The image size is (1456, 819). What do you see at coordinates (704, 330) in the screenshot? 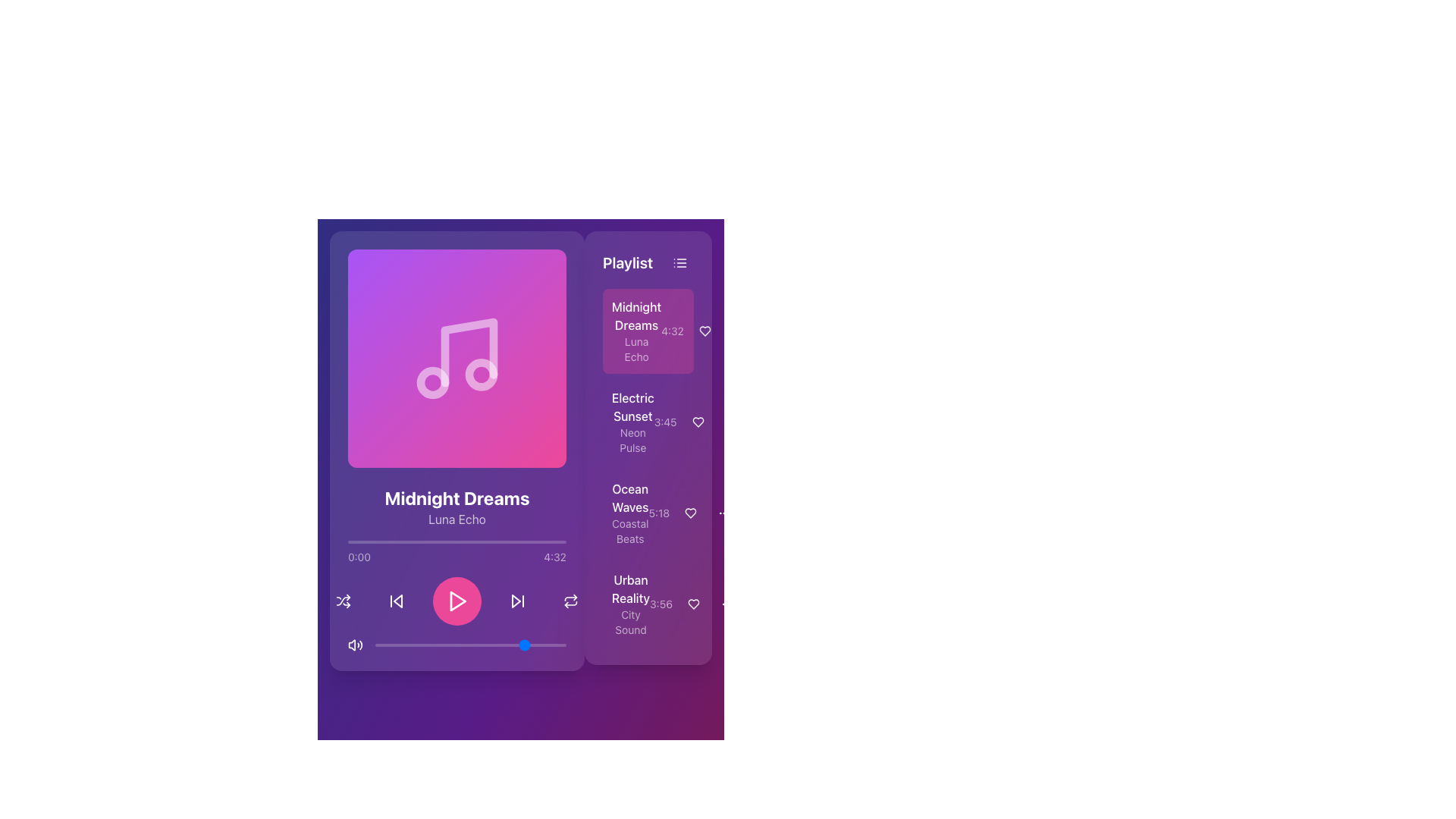
I see `the small circular button with a heart-shaped icon located to the right of the text '4:32' to observe its hover effect` at bounding box center [704, 330].